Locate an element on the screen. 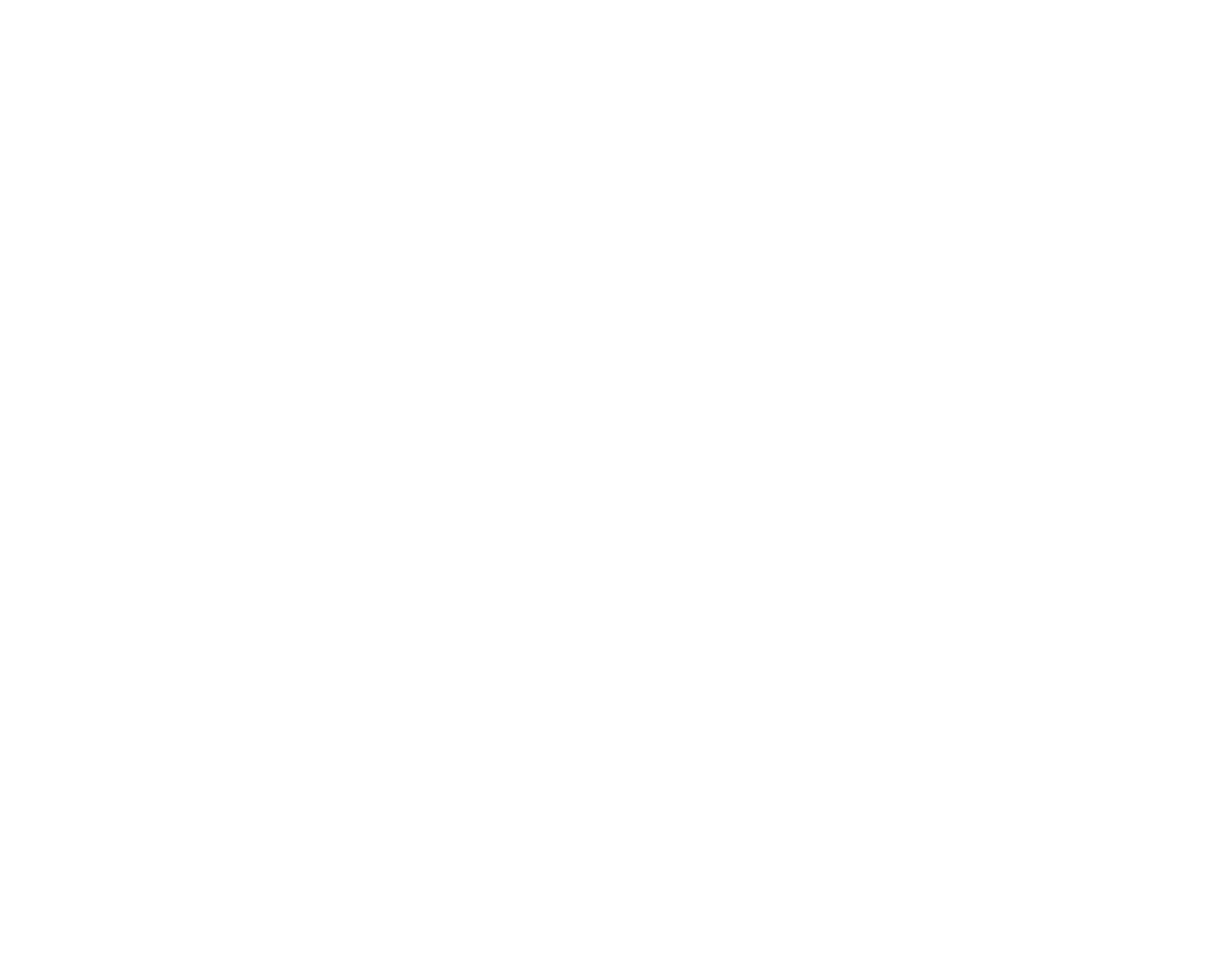 The height and width of the screenshot is (980, 1224). 'Quality Standards' is located at coordinates (983, 95).